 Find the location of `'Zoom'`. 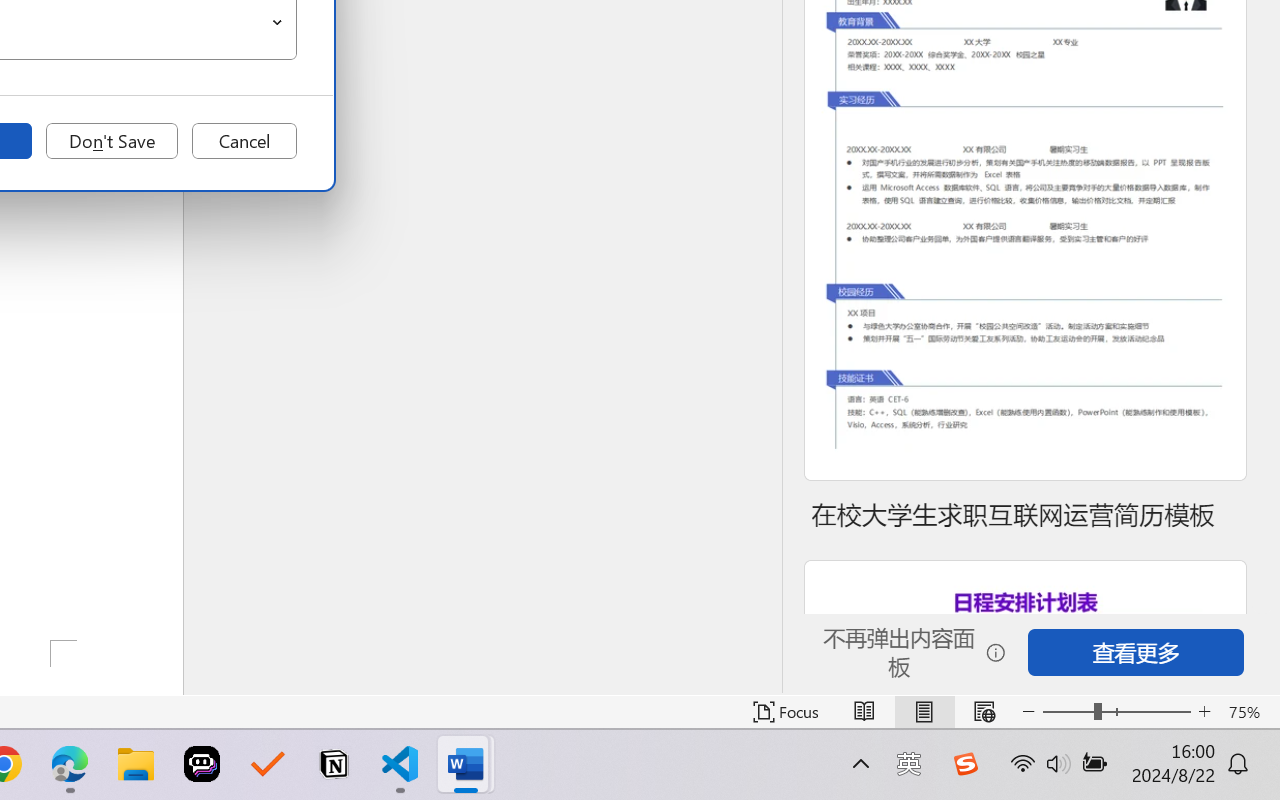

'Zoom' is located at coordinates (1115, 711).